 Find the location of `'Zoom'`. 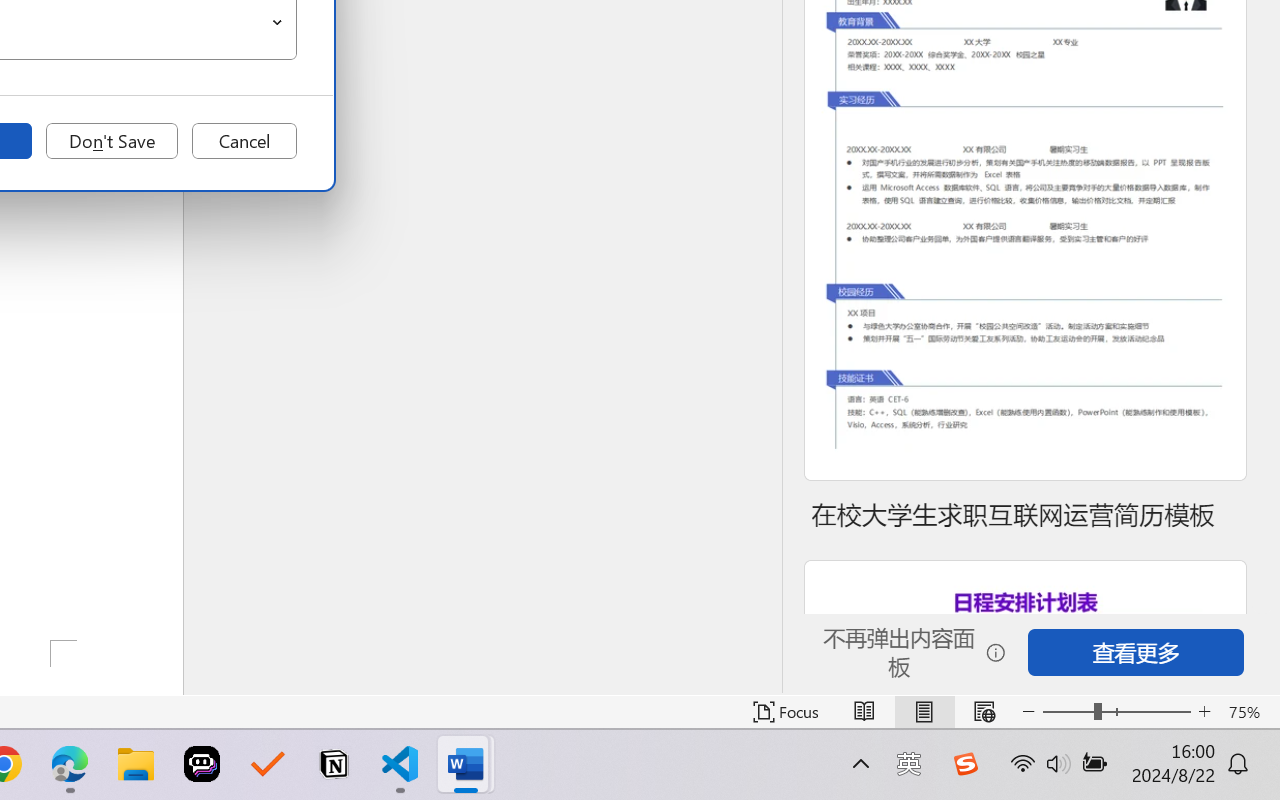

'Zoom' is located at coordinates (1115, 711).